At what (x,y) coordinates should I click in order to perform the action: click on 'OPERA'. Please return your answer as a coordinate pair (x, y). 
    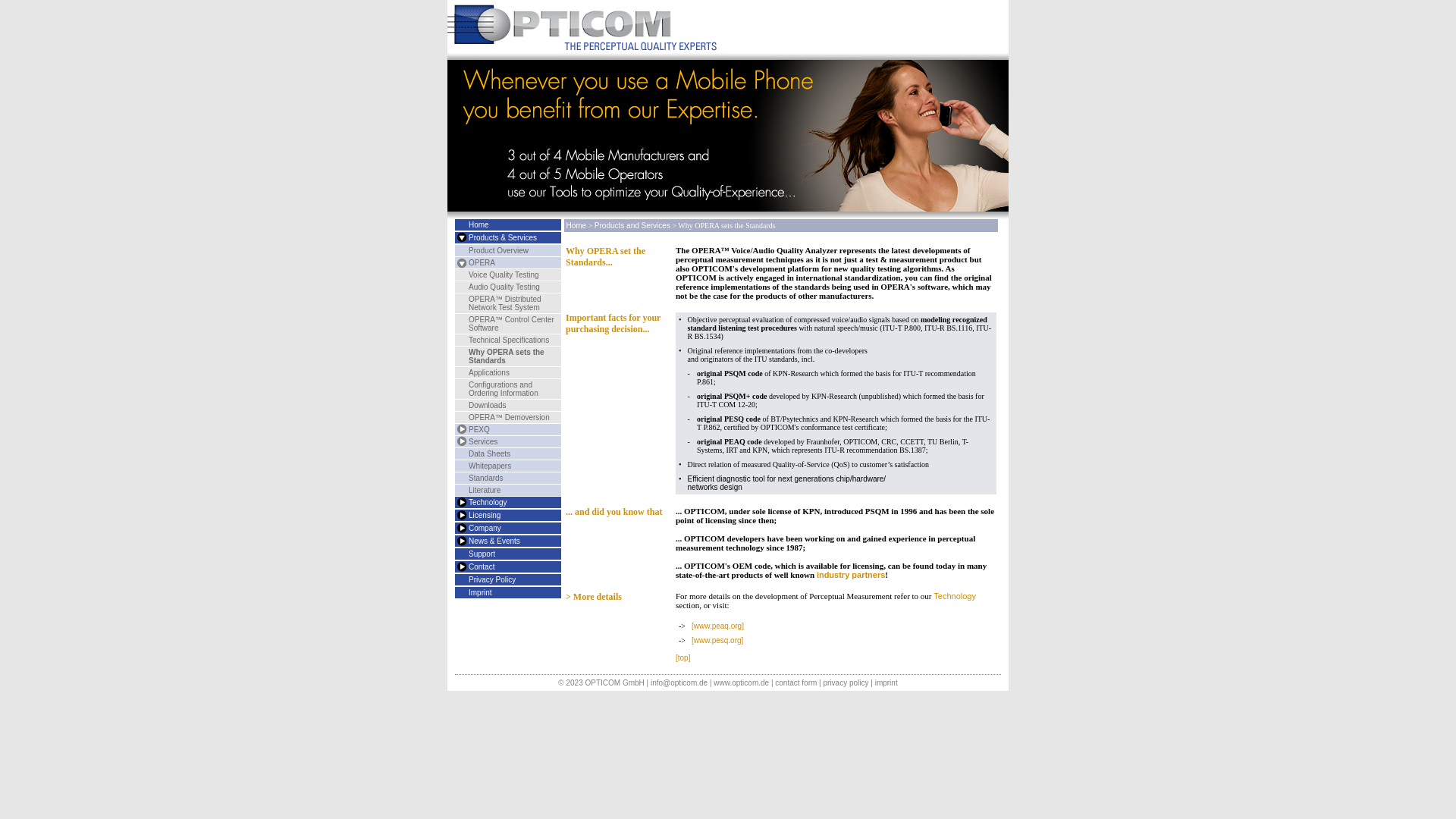
    Looking at the image, I should click on (459, 262).